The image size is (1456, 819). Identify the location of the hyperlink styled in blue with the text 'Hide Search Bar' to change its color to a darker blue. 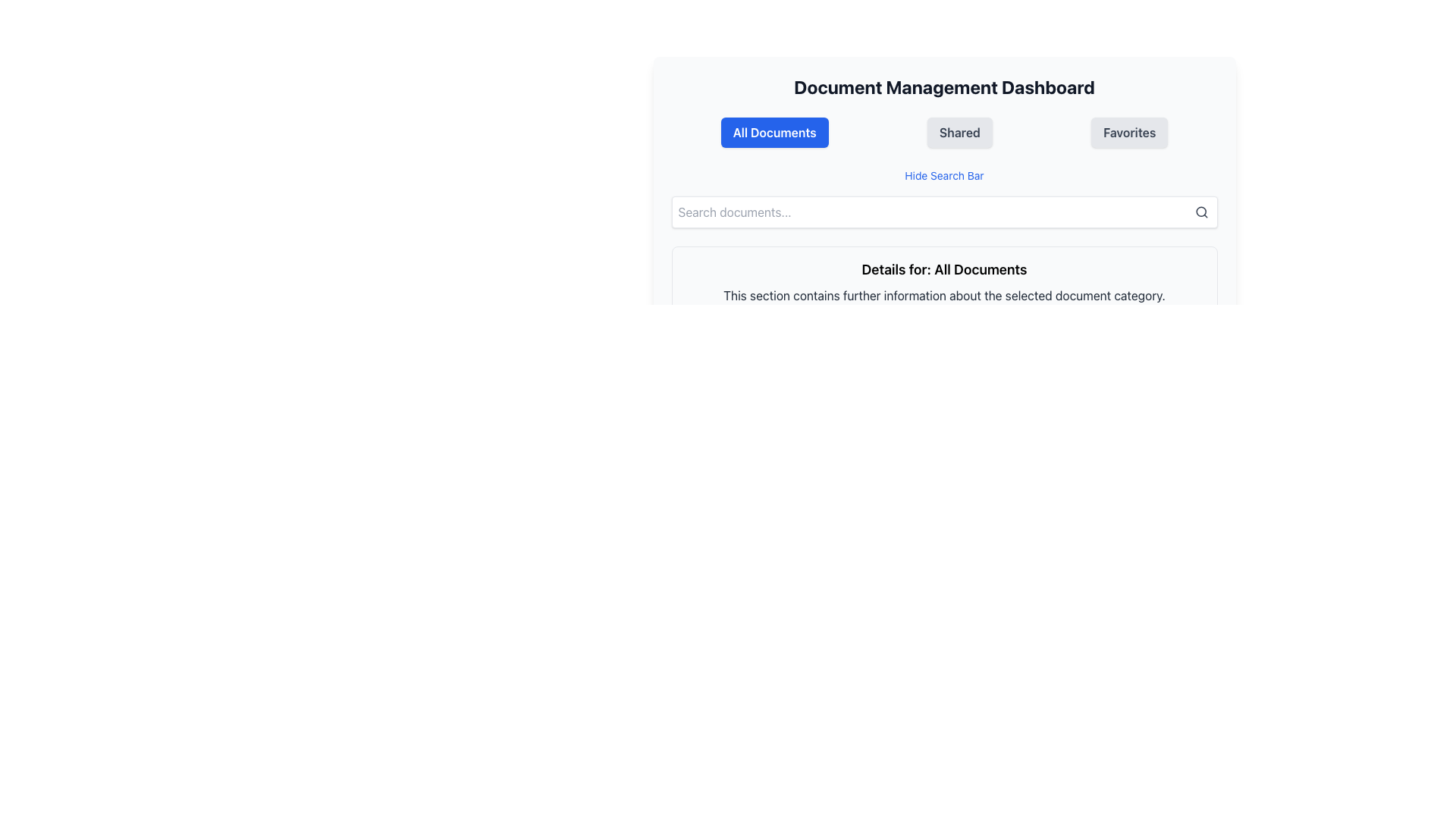
(943, 174).